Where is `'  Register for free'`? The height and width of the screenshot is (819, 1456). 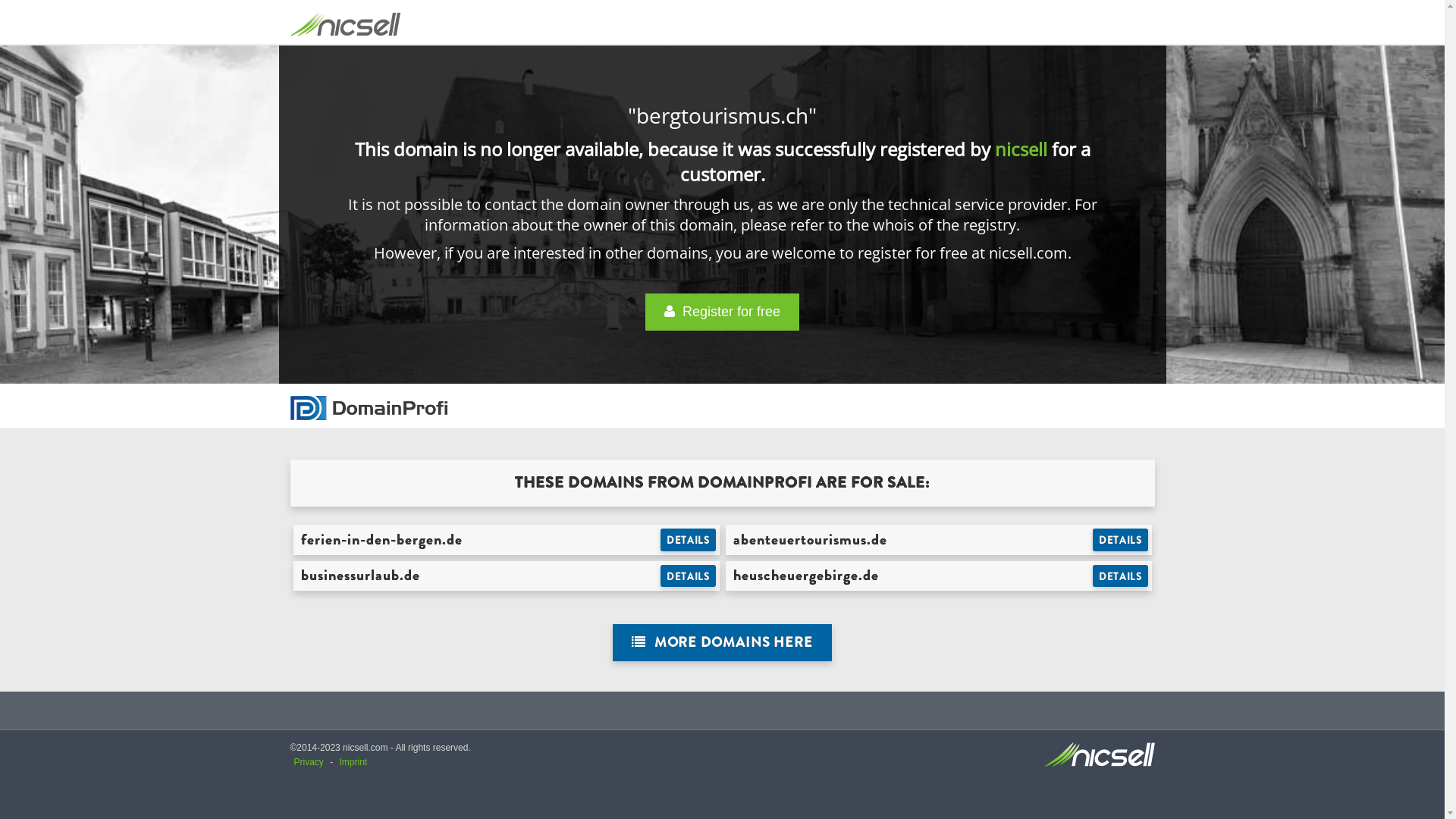
'  Register for free' is located at coordinates (721, 311).